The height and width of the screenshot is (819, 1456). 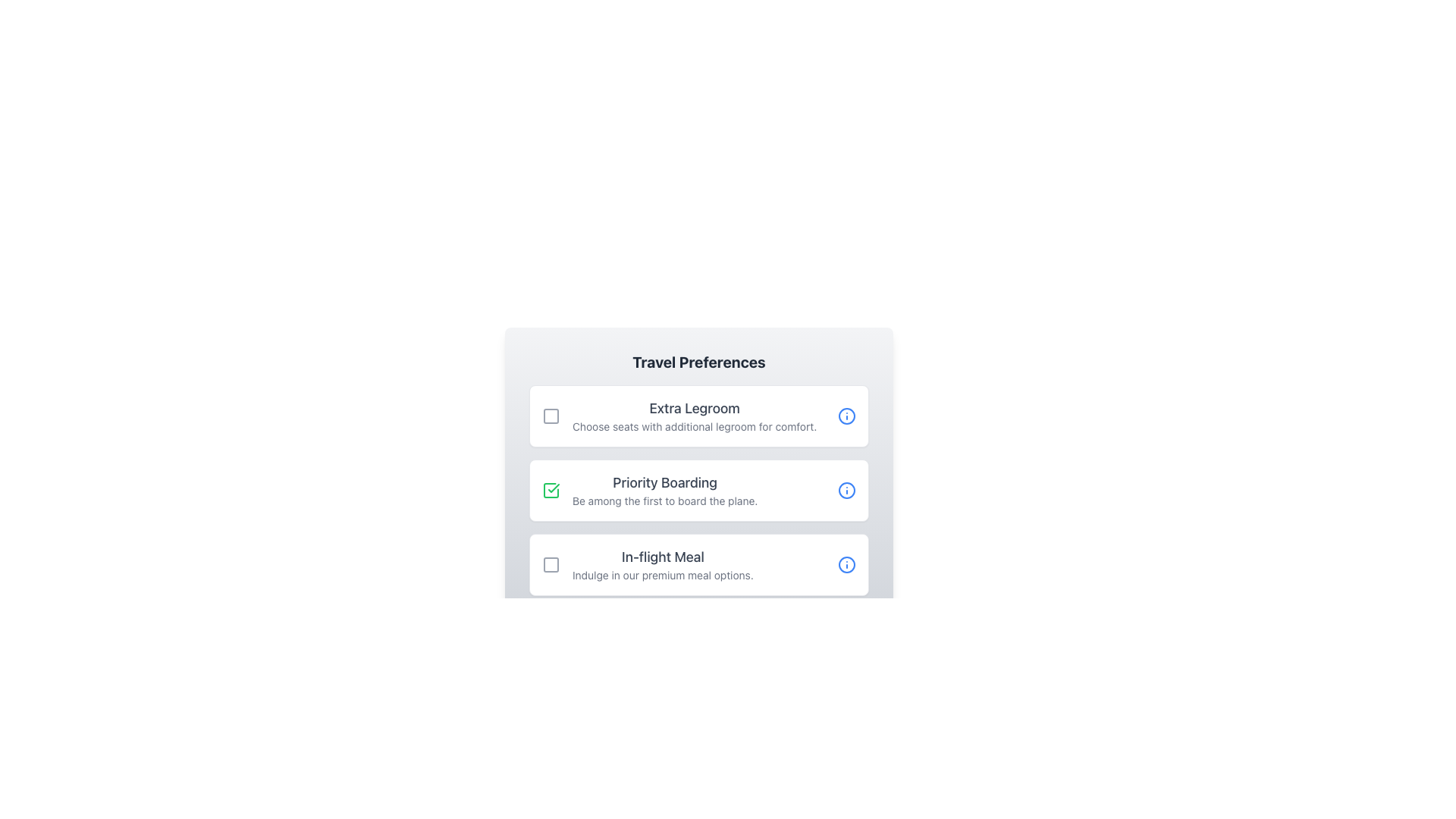 What do you see at coordinates (698, 564) in the screenshot?
I see `to select the checkbox for the in-flight meal preference option, which is part of an interactive component located at the bottom of a list of options` at bounding box center [698, 564].